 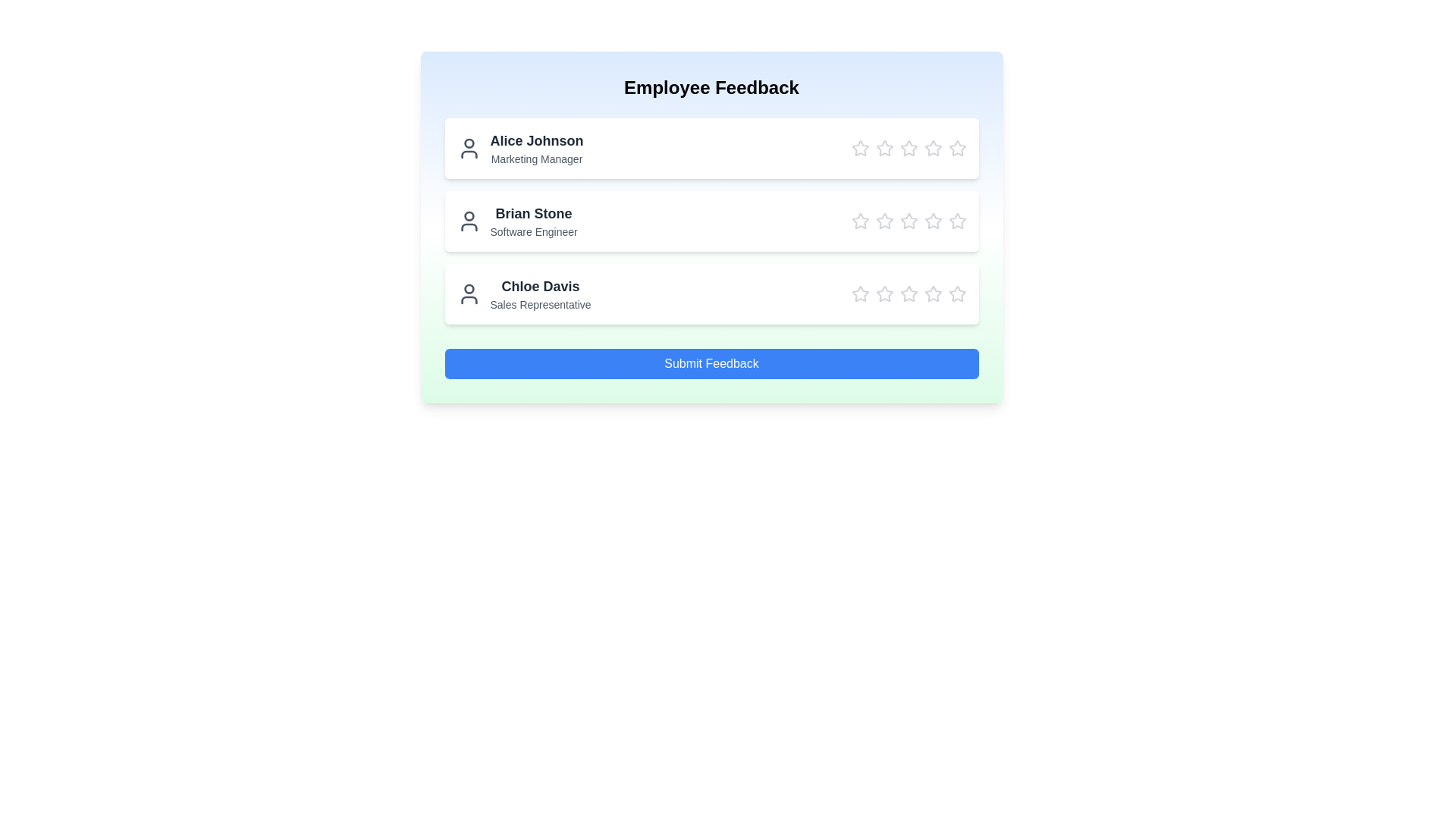 I want to click on the 'Submit Feedback' button, so click(x=711, y=363).